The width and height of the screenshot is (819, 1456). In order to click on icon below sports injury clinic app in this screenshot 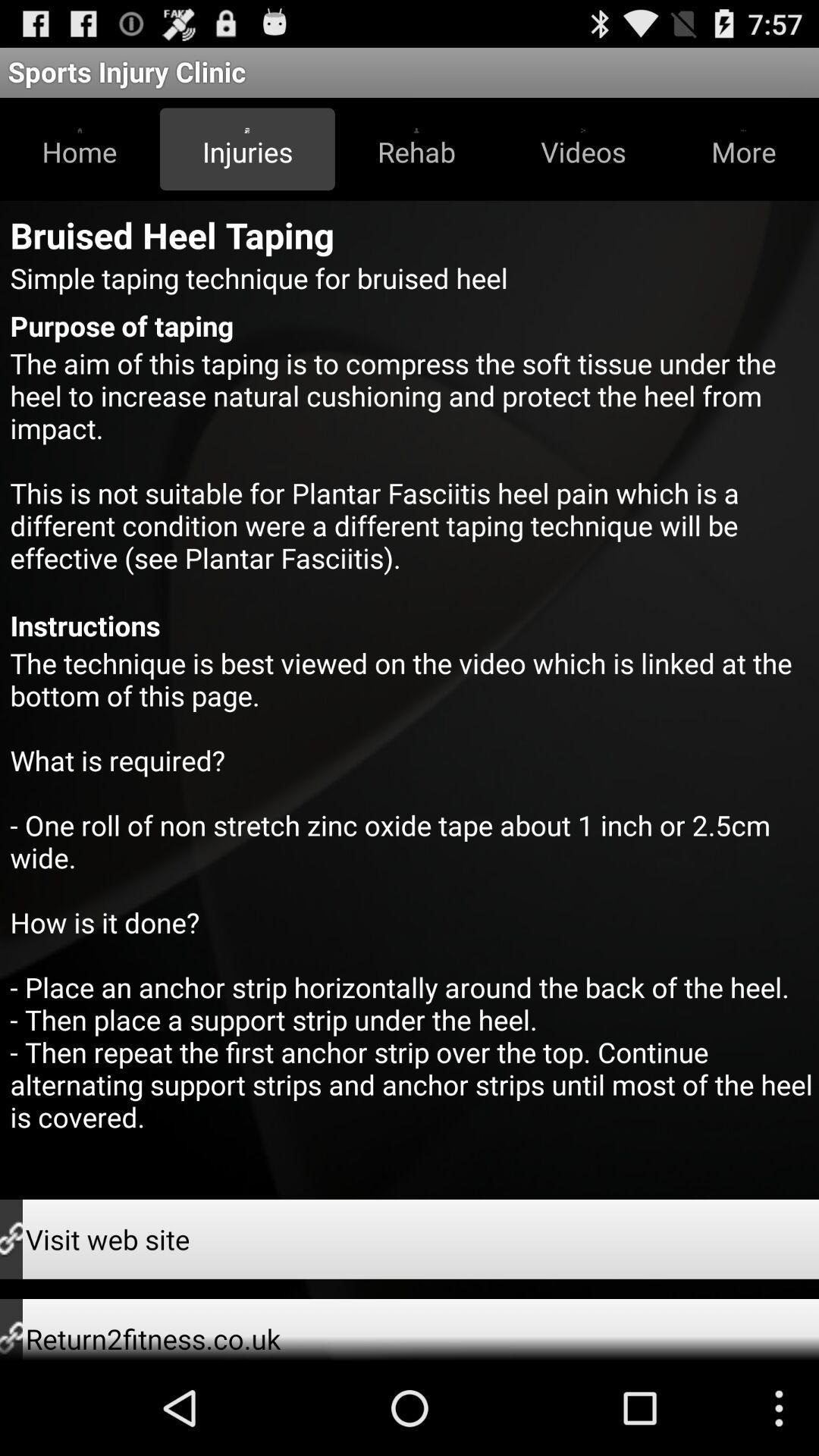, I will do `click(742, 149)`.